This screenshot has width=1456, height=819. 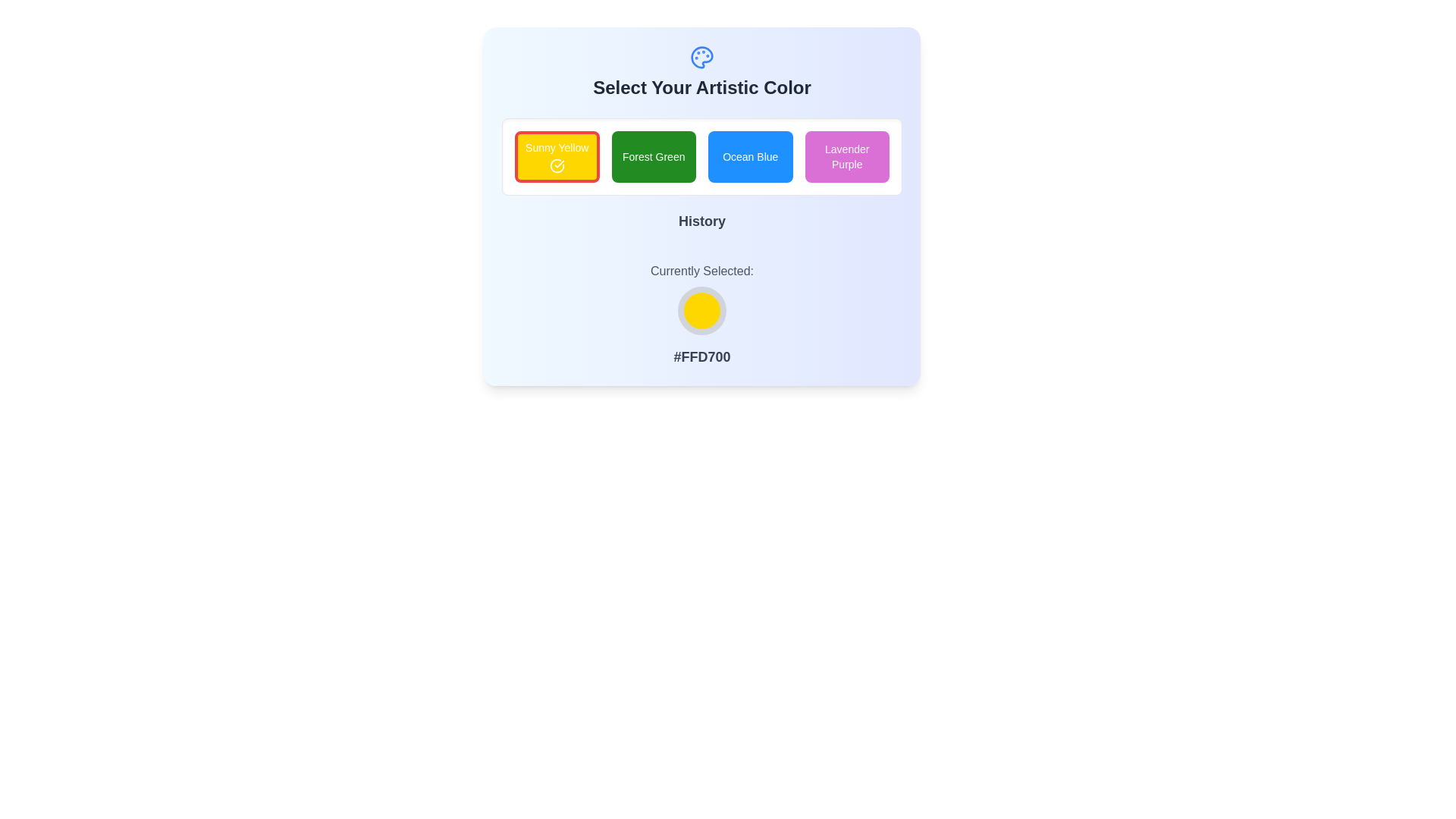 I want to click on the circular decorative UI element with a yellow fill and gray border located in the central bottom section of the UI, between 'Currently Selected:' and '#FFD700', so click(x=701, y=309).